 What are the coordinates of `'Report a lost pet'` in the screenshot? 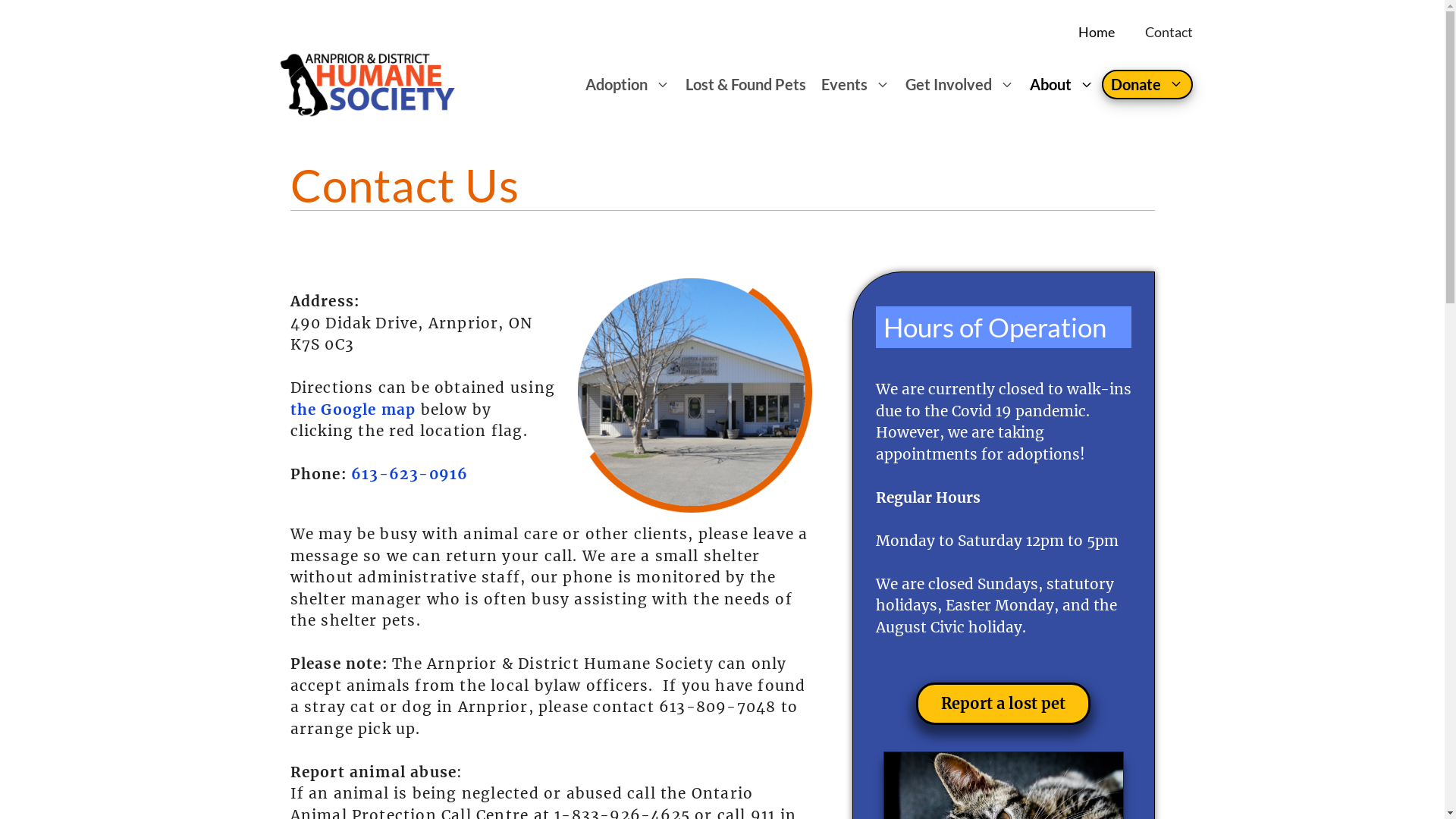 It's located at (1003, 704).